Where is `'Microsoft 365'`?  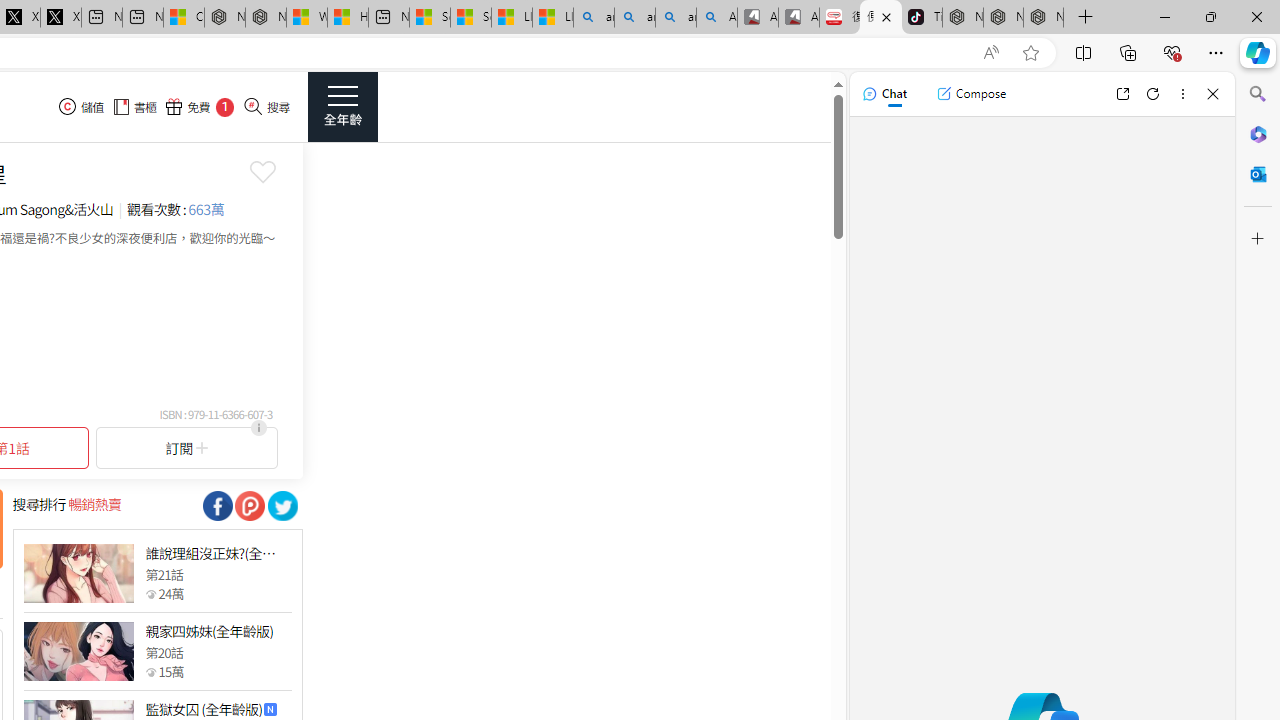 'Microsoft 365' is located at coordinates (1257, 133).